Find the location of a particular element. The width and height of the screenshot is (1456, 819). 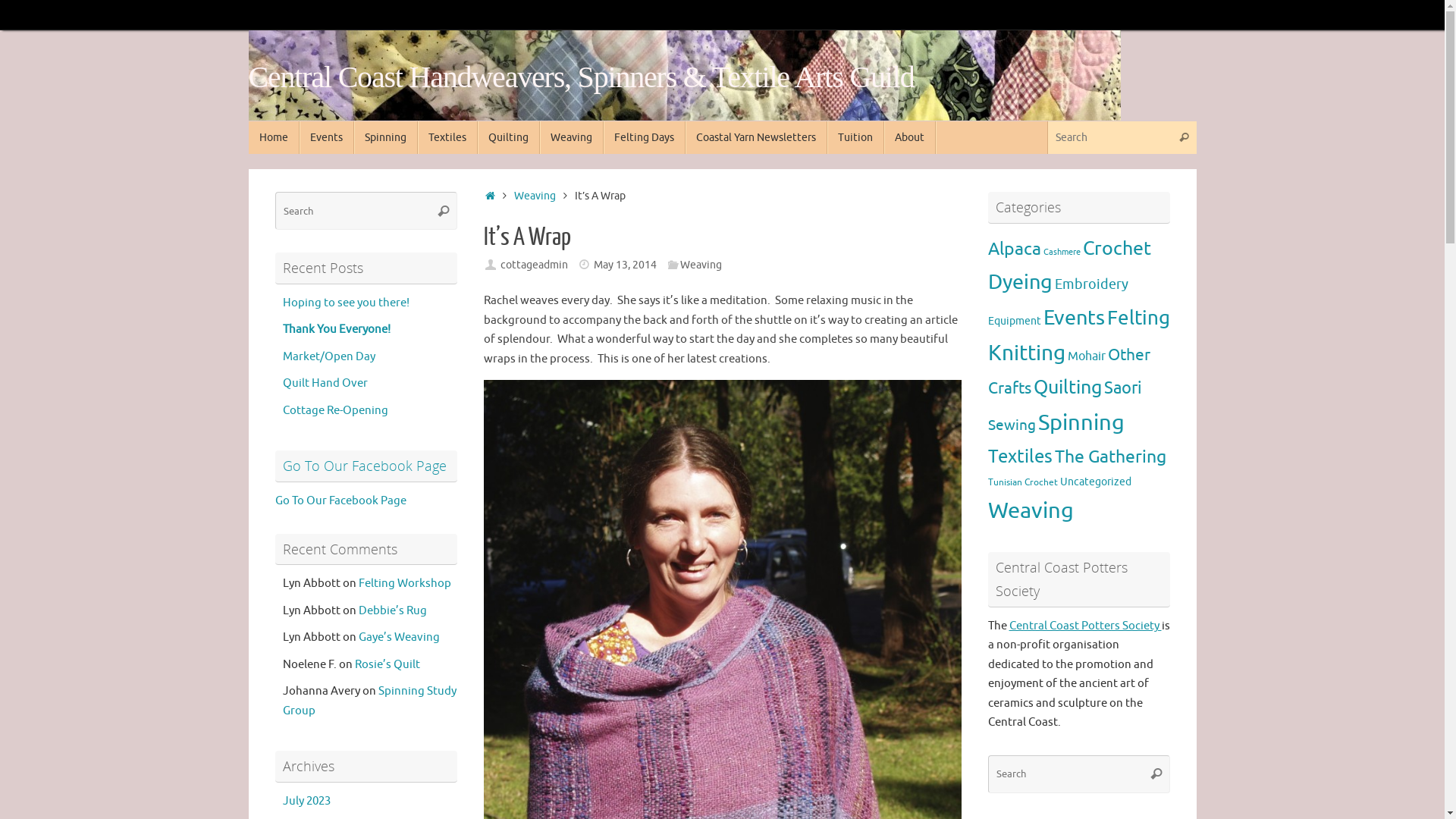

'Spinning Study Group' is located at coordinates (369, 701).